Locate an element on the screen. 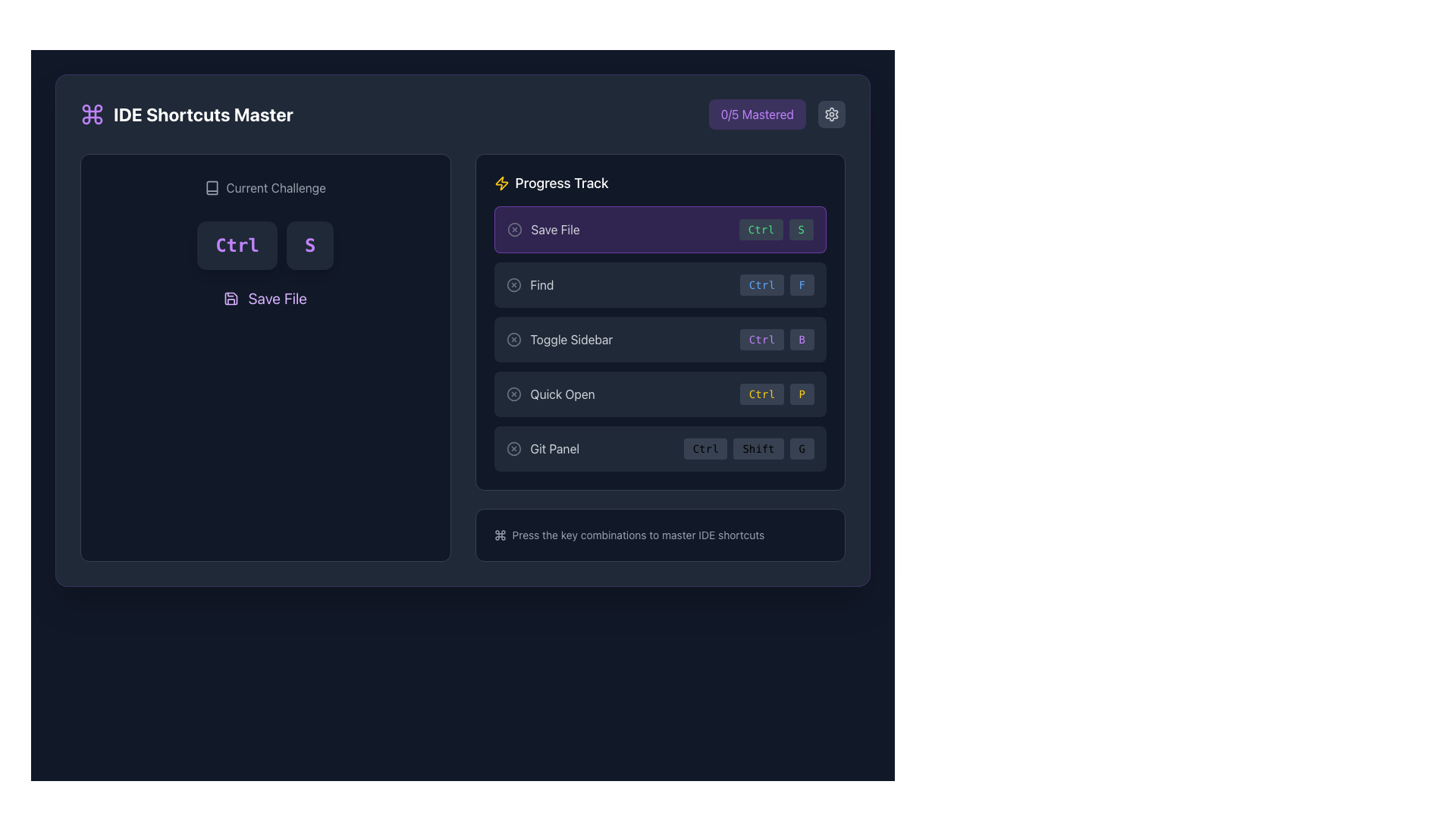 The image size is (1456, 819). the prominent header text 'IDE Shortcuts Master', which is styled in bold, large white font against a dark background, located at the top-left corner of the interface is located at coordinates (202, 113).